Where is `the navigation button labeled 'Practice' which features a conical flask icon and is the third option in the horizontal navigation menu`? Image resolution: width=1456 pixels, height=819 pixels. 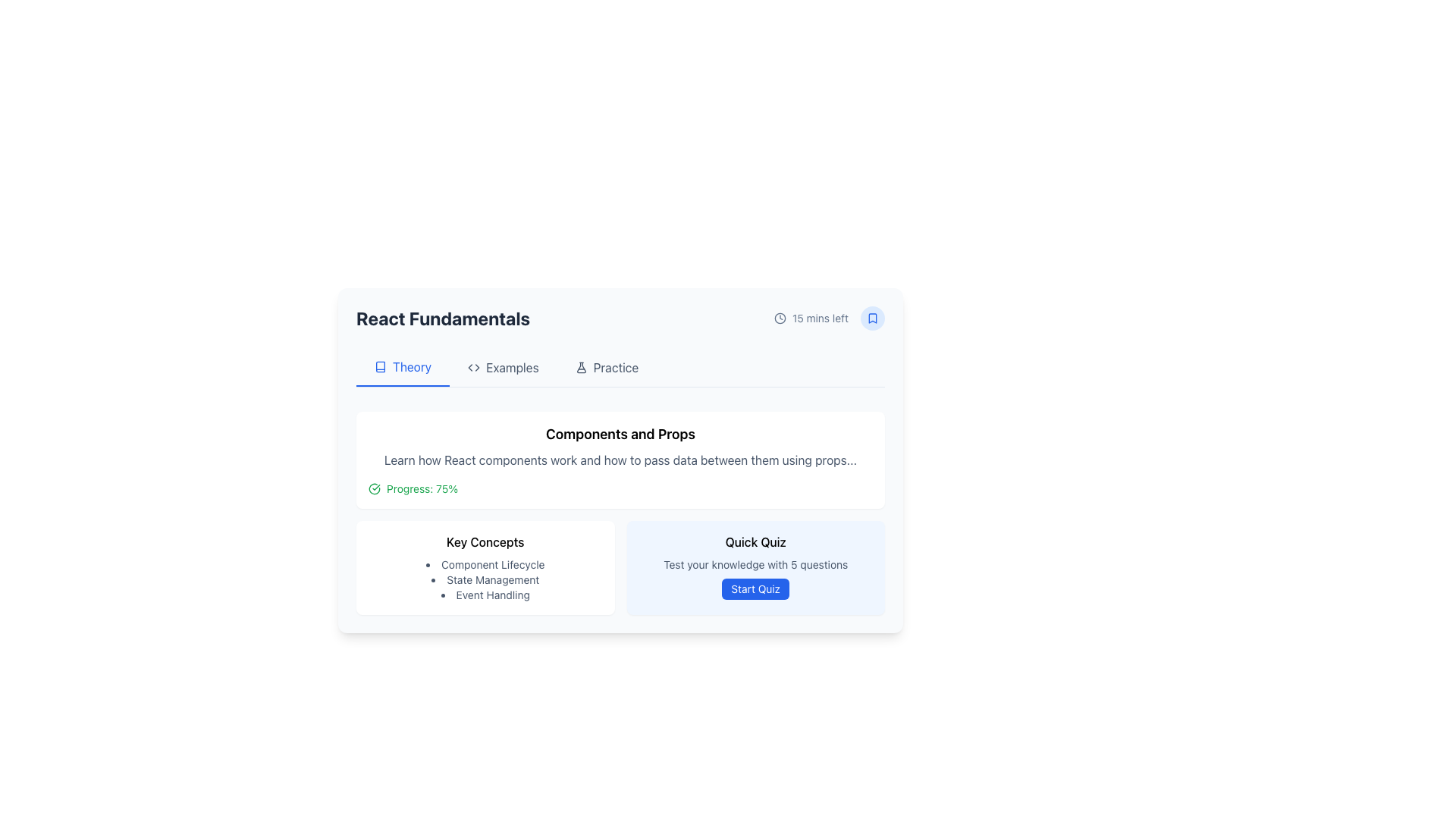 the navigation button labeled 'Practice' which features a conical flask icon and is the third option in the horizontal navigation menu is located at coordinates (607, 368).